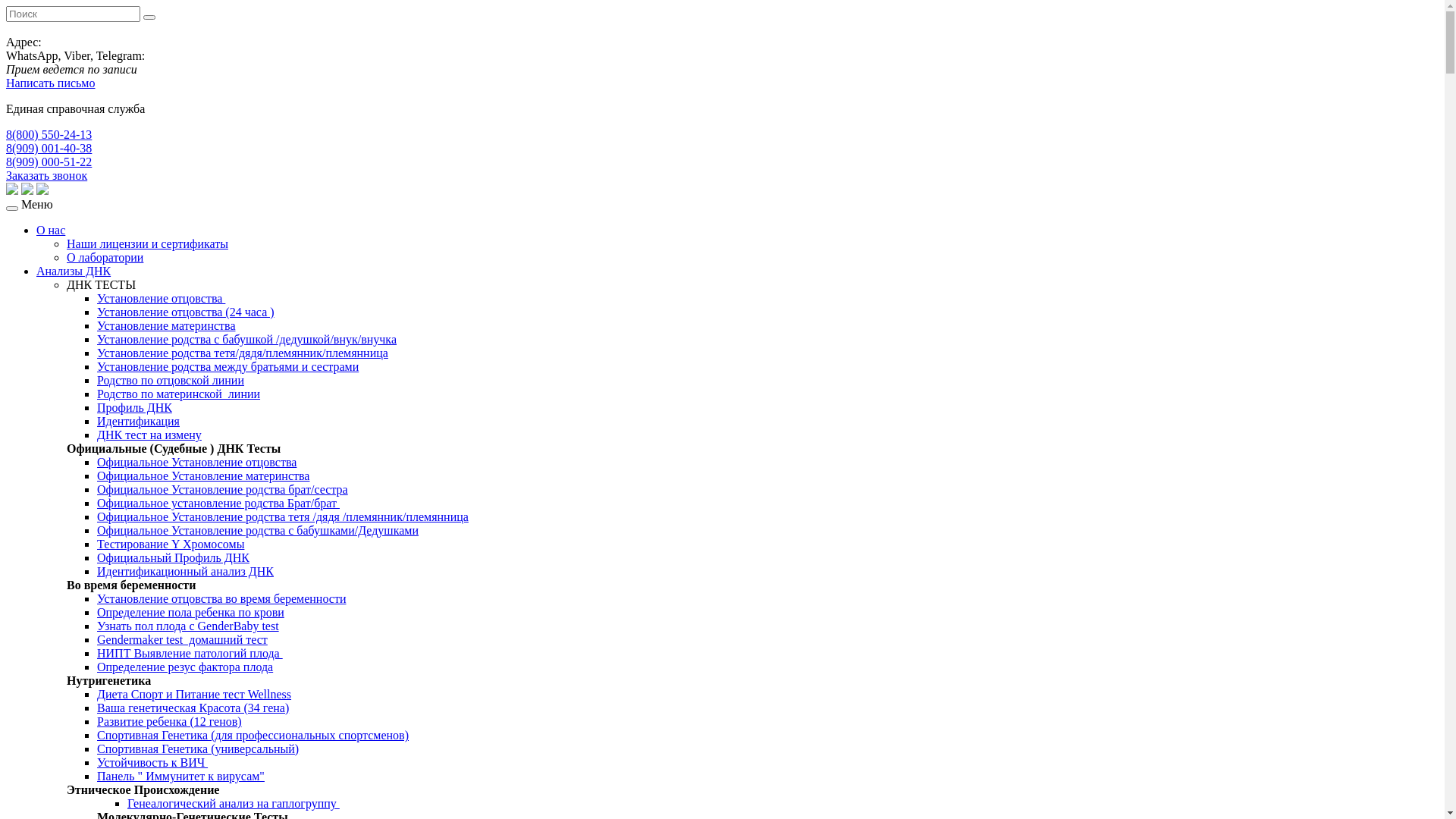 The image size is (1456, 819). Describe the element at coordinates (6, 133) in the screenshot. I see `'8(800) 550-24-13'` at that location.